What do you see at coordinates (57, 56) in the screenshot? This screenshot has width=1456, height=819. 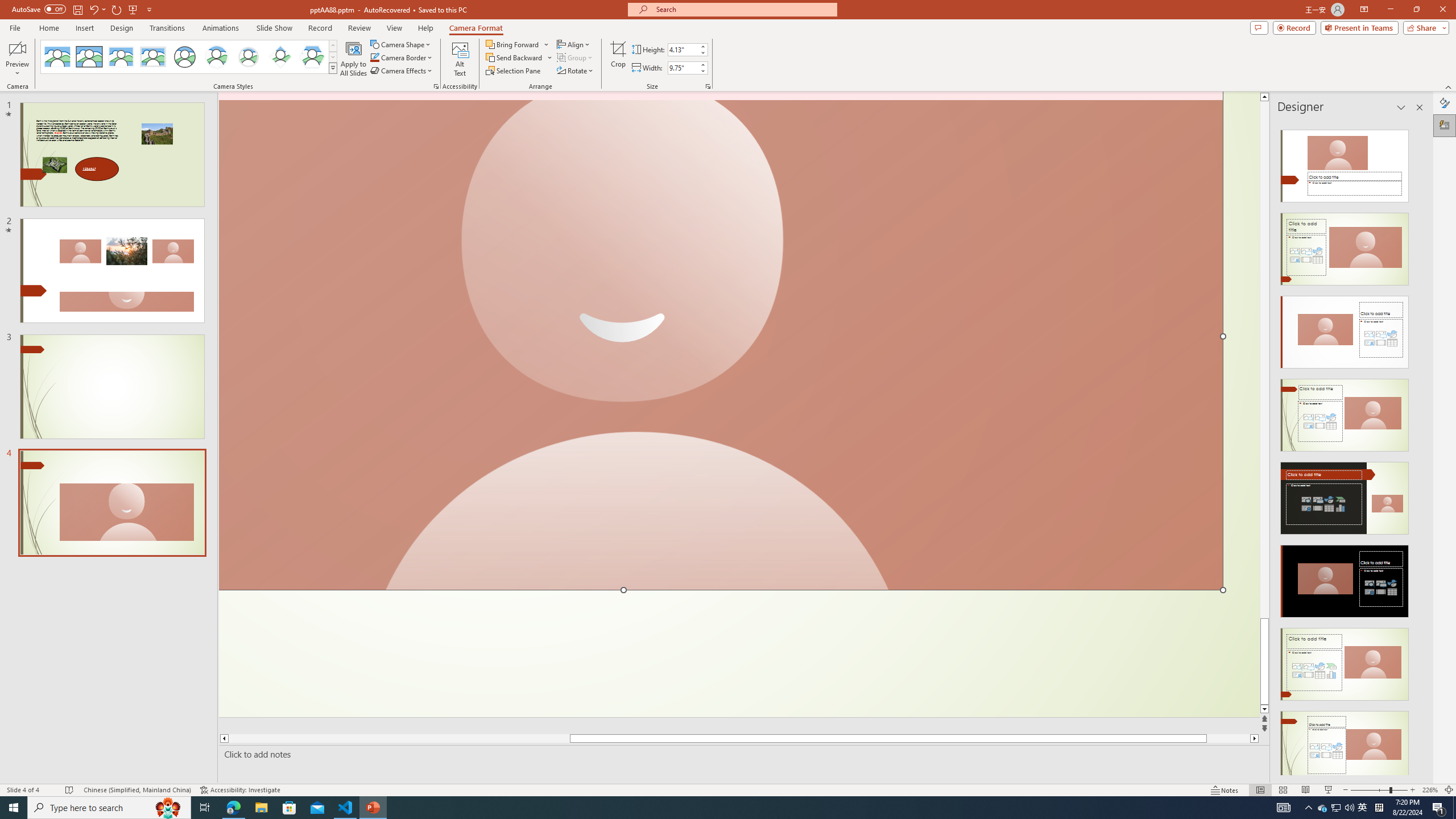 I see `'No Style'` at bounding box center [57, 56].